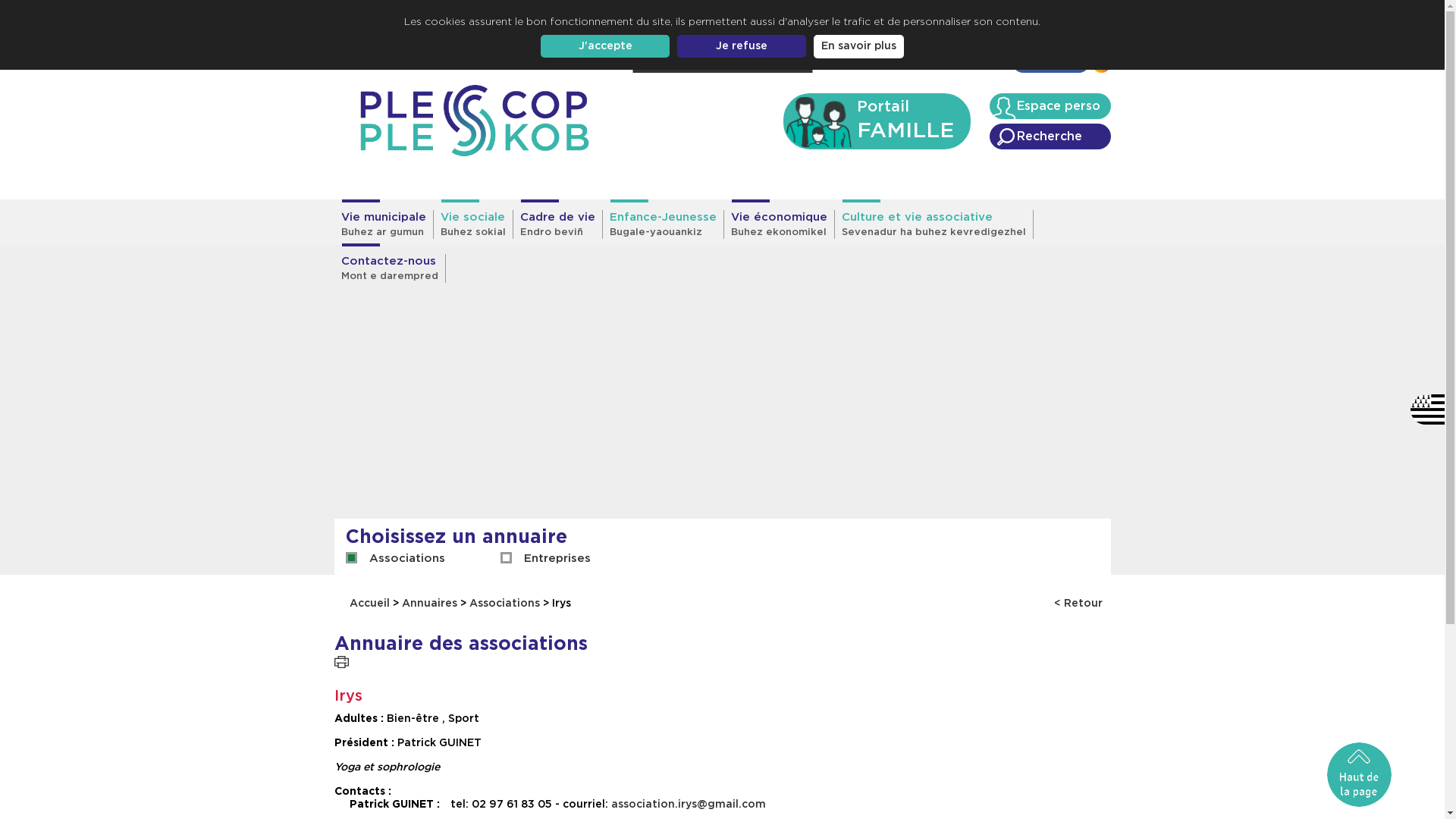  What do you see at coordinates (868, 63) in the screenshot?
I see `'Accueil'` at bounding box center [868, 63].